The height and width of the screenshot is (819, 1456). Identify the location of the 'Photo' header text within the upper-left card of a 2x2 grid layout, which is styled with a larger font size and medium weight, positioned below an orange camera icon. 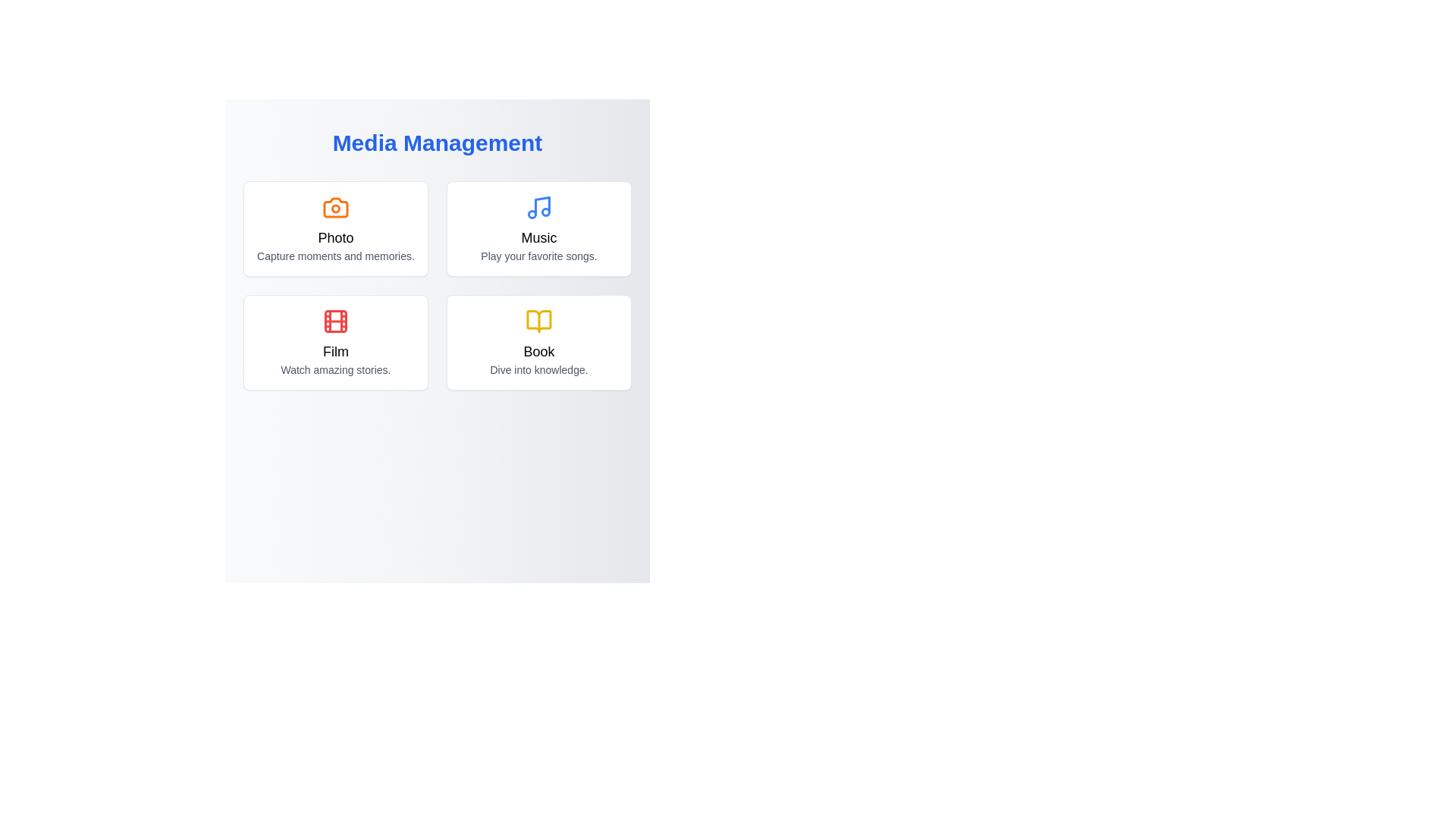
(334, 237).